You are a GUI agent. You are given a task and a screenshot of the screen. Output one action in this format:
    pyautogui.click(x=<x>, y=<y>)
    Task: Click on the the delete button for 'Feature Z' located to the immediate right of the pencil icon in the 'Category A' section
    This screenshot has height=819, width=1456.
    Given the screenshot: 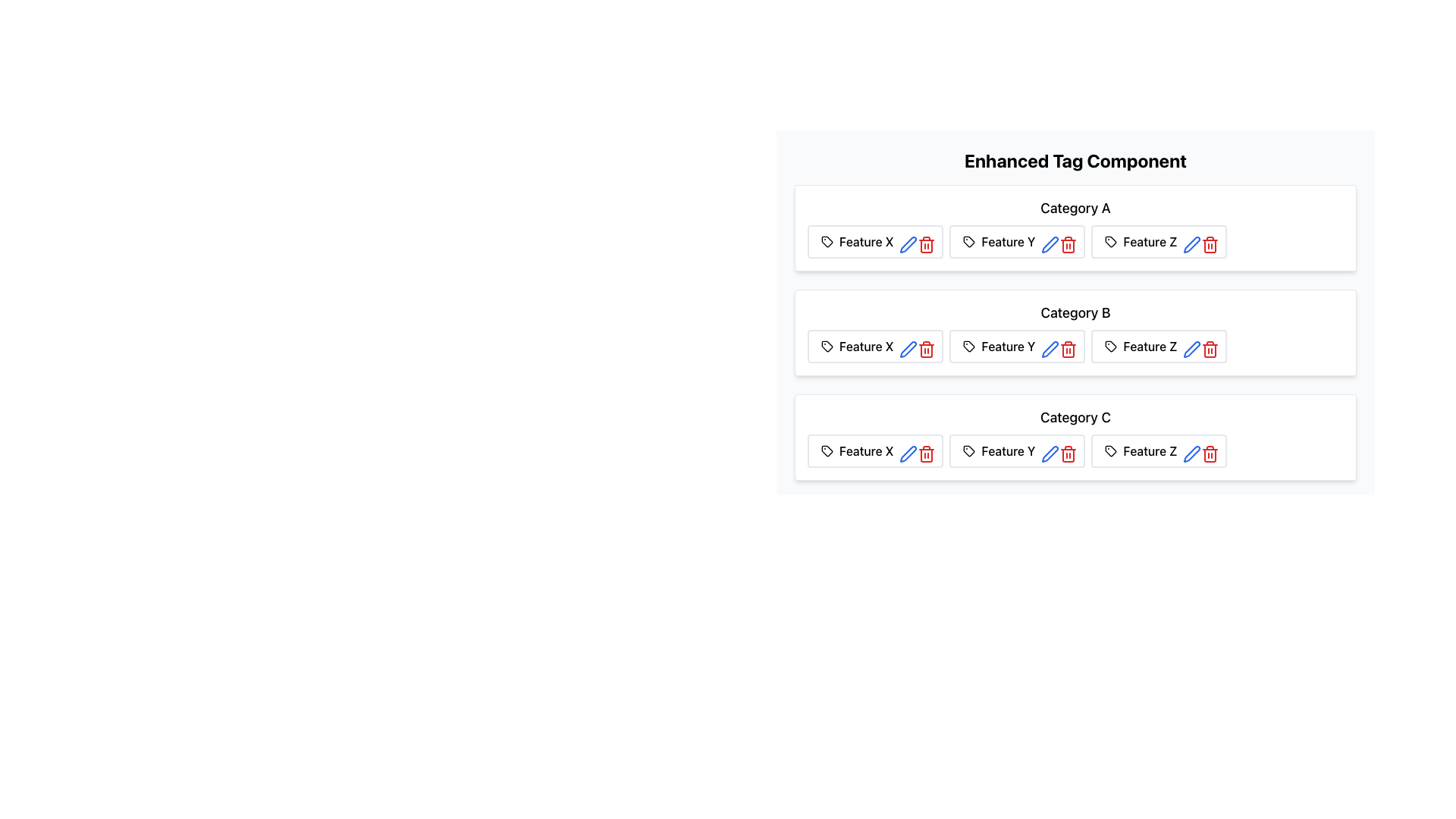 What is the action you would take?
    pyautogui.click(x=1207, y=450)
    